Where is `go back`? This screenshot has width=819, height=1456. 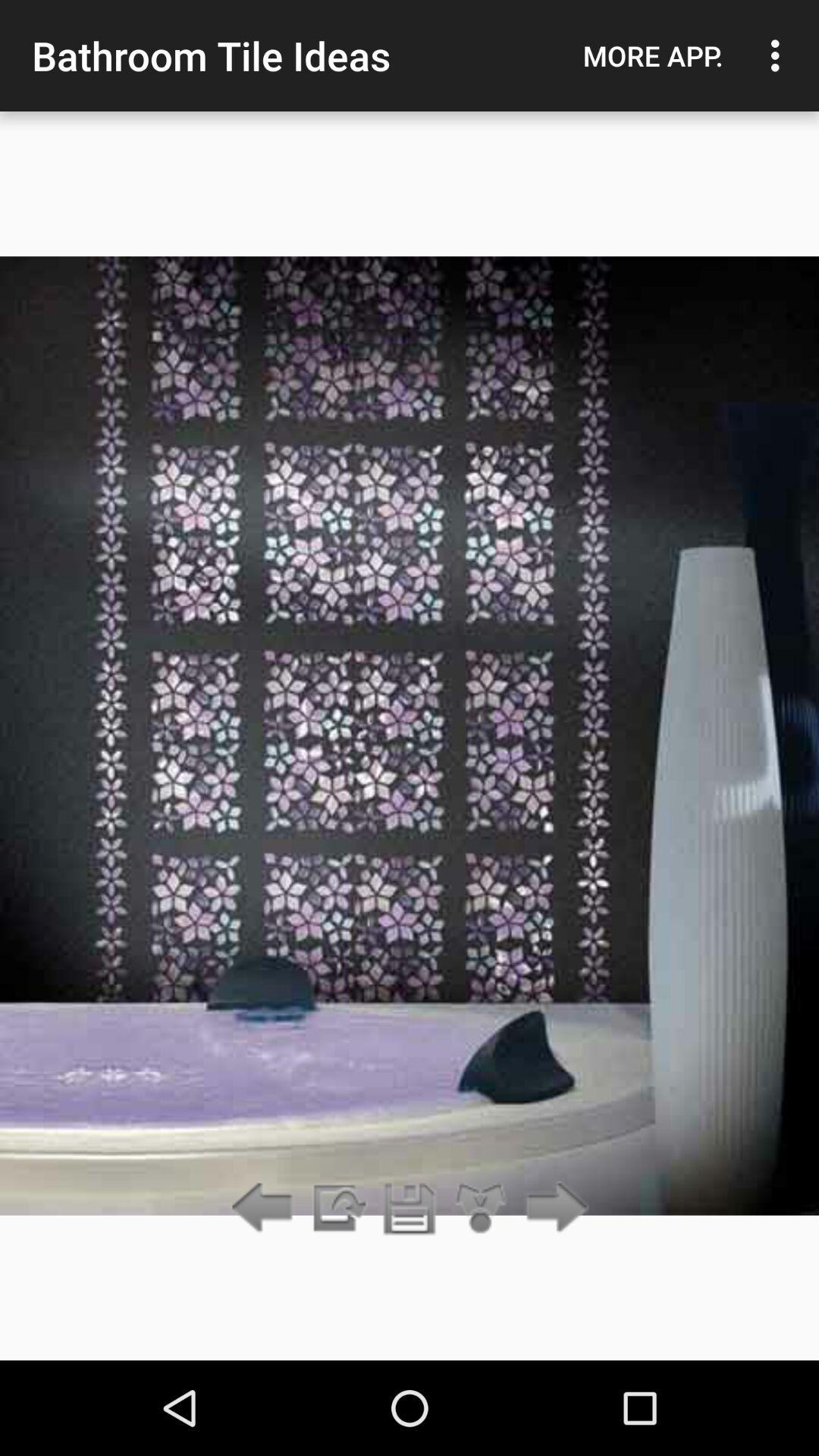
go back is located at coordinates (265, 1208).